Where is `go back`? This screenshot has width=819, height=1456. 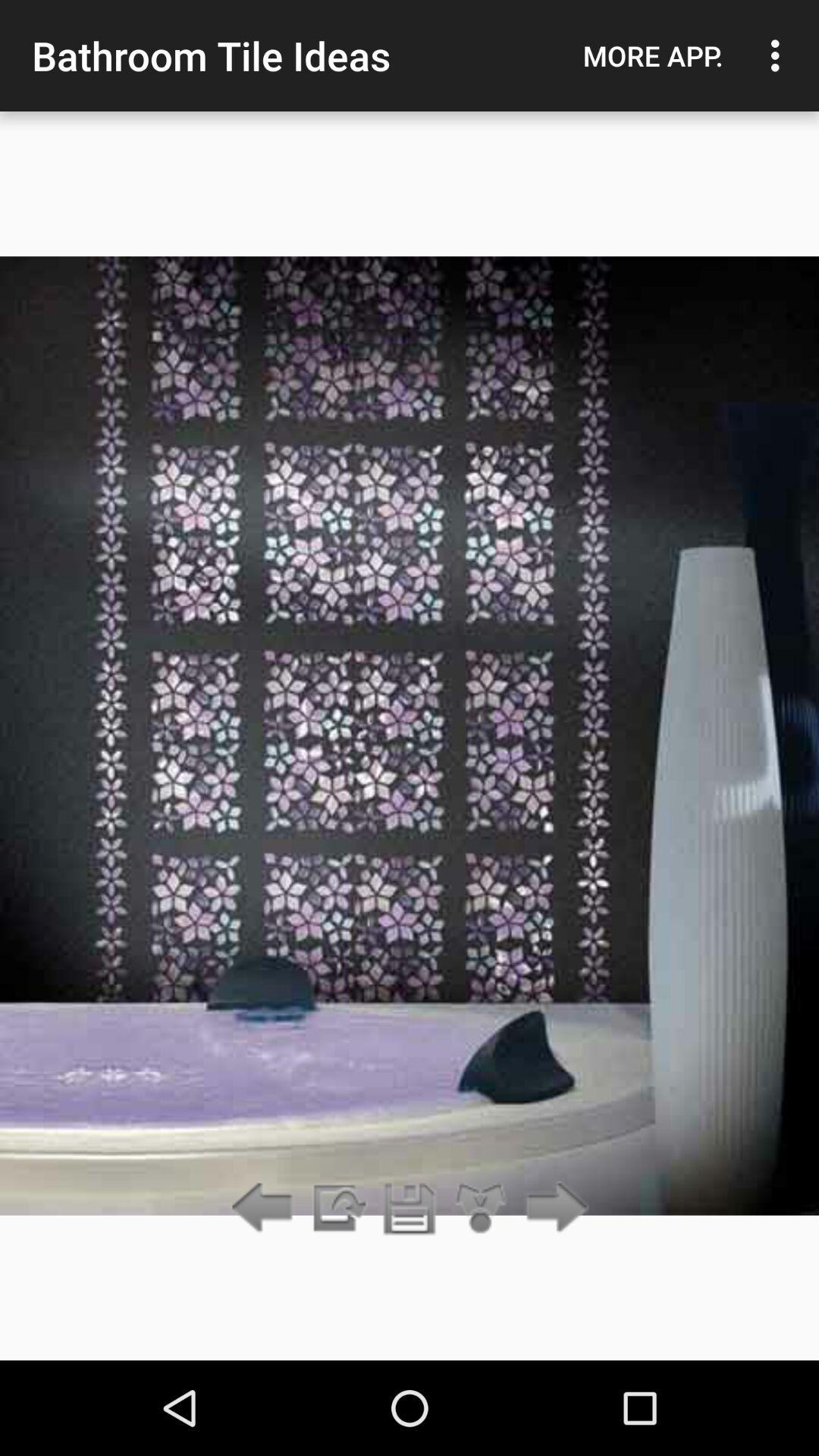
go back is located at coordinates (265, 1208).